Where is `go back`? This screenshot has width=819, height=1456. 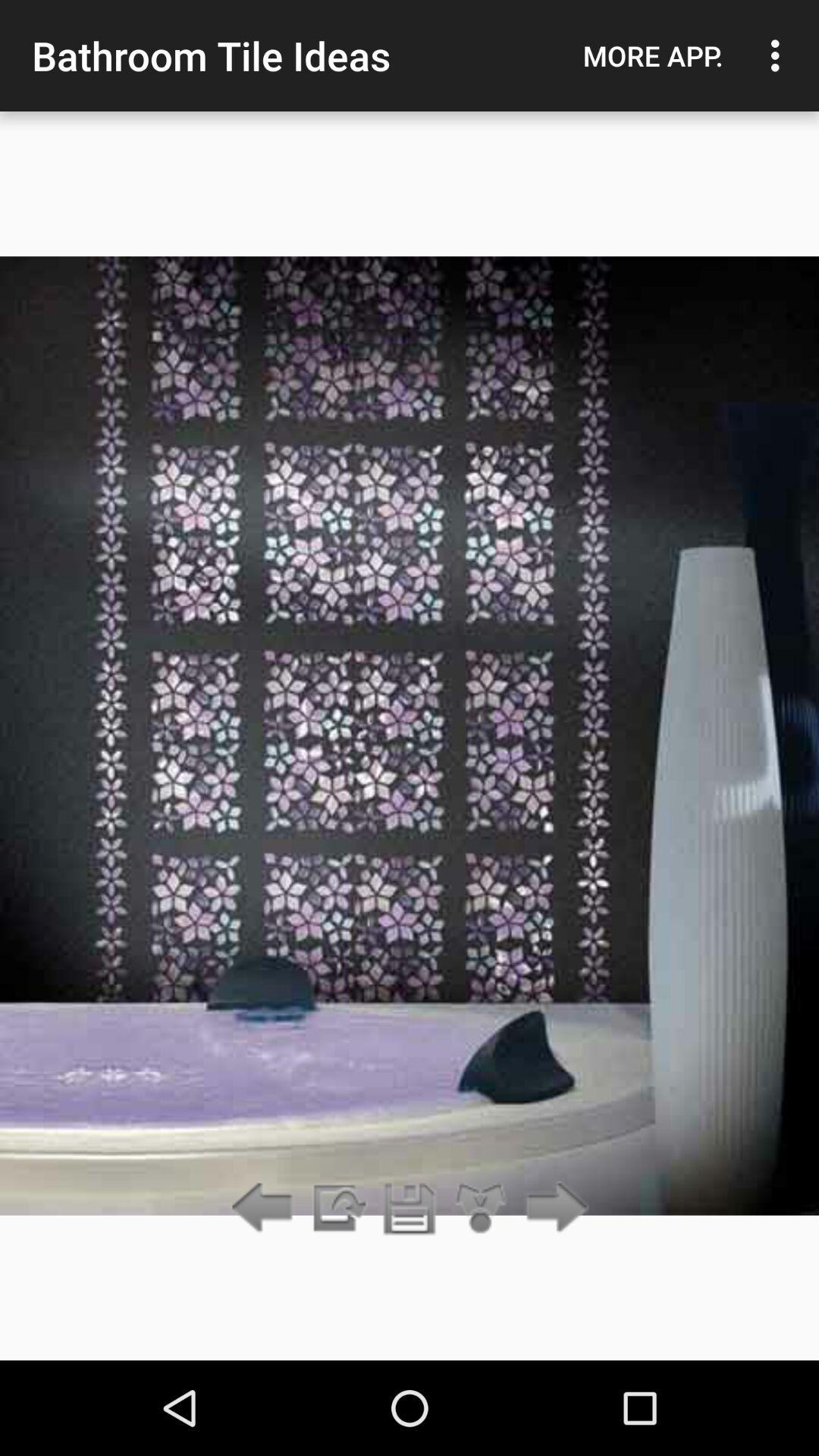
go back is located at coordinates (265, 1208).